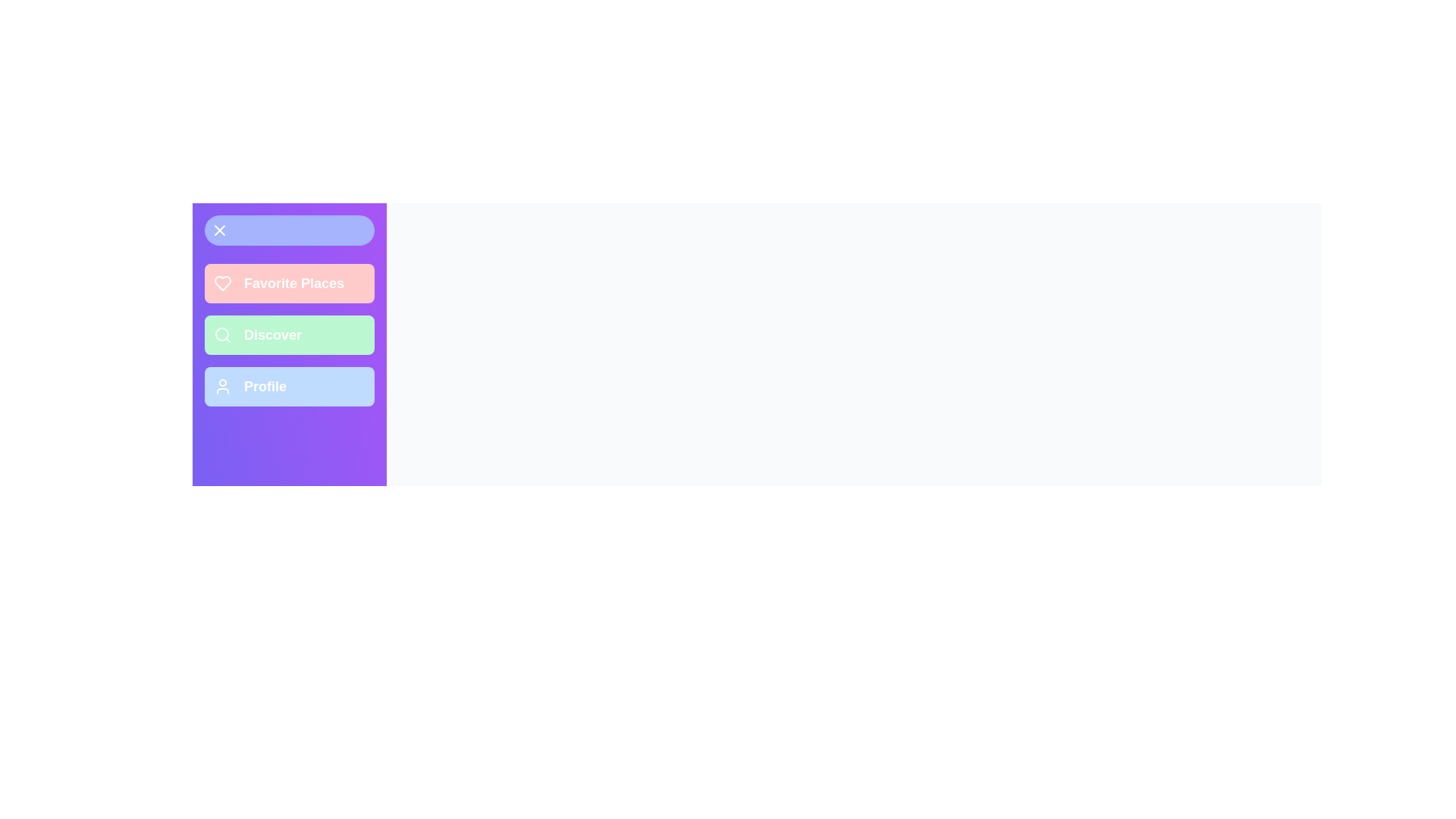 This screenshot has height=819, width=1456. I want to click on the menu item labeled Favorite Places, so click(290, 284).